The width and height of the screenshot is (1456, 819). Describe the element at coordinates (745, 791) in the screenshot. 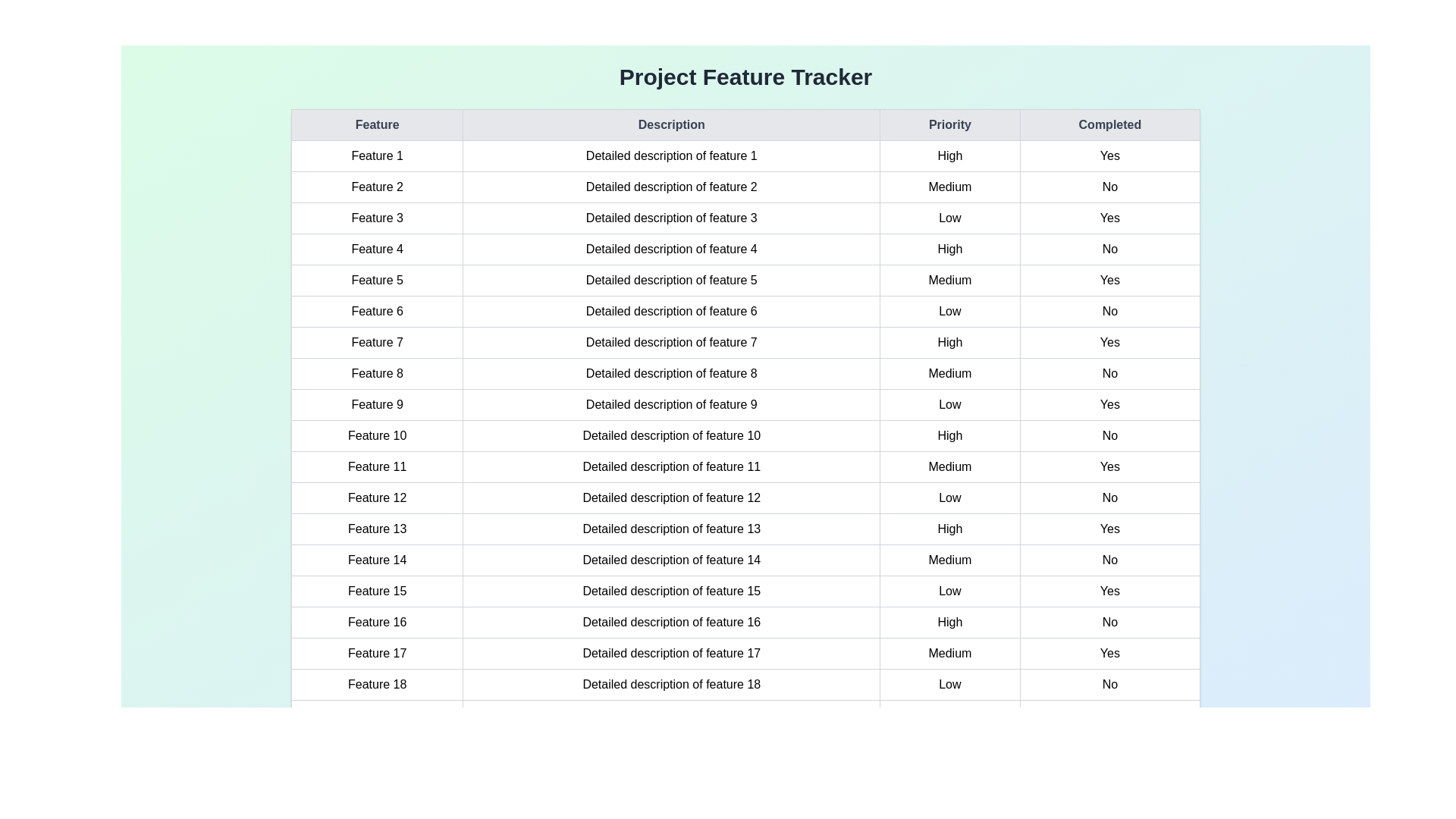

I see `the 'Add New Feature' button` at that location.